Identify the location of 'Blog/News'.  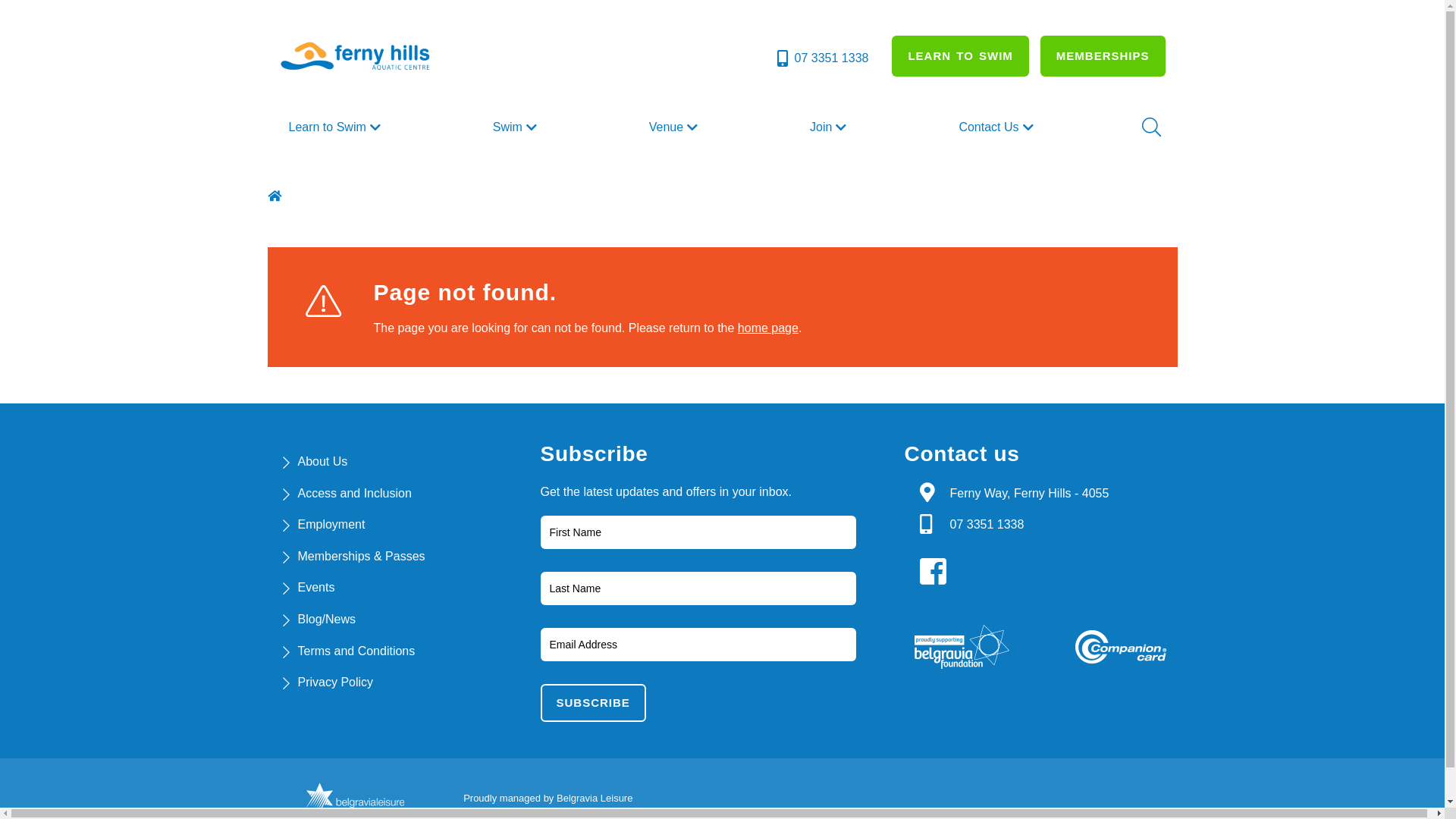
(325, 619).